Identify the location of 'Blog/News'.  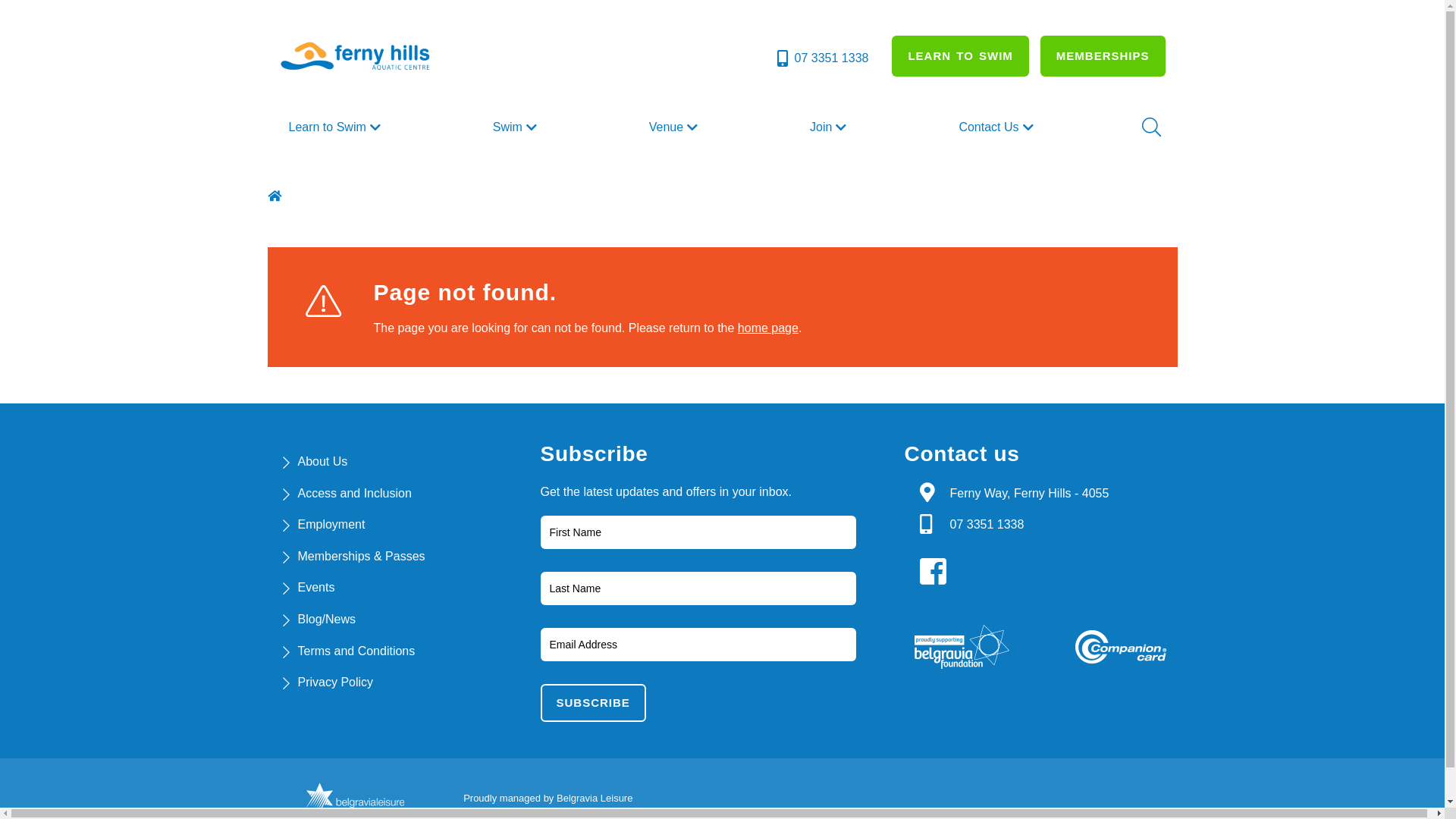
(325, 619).